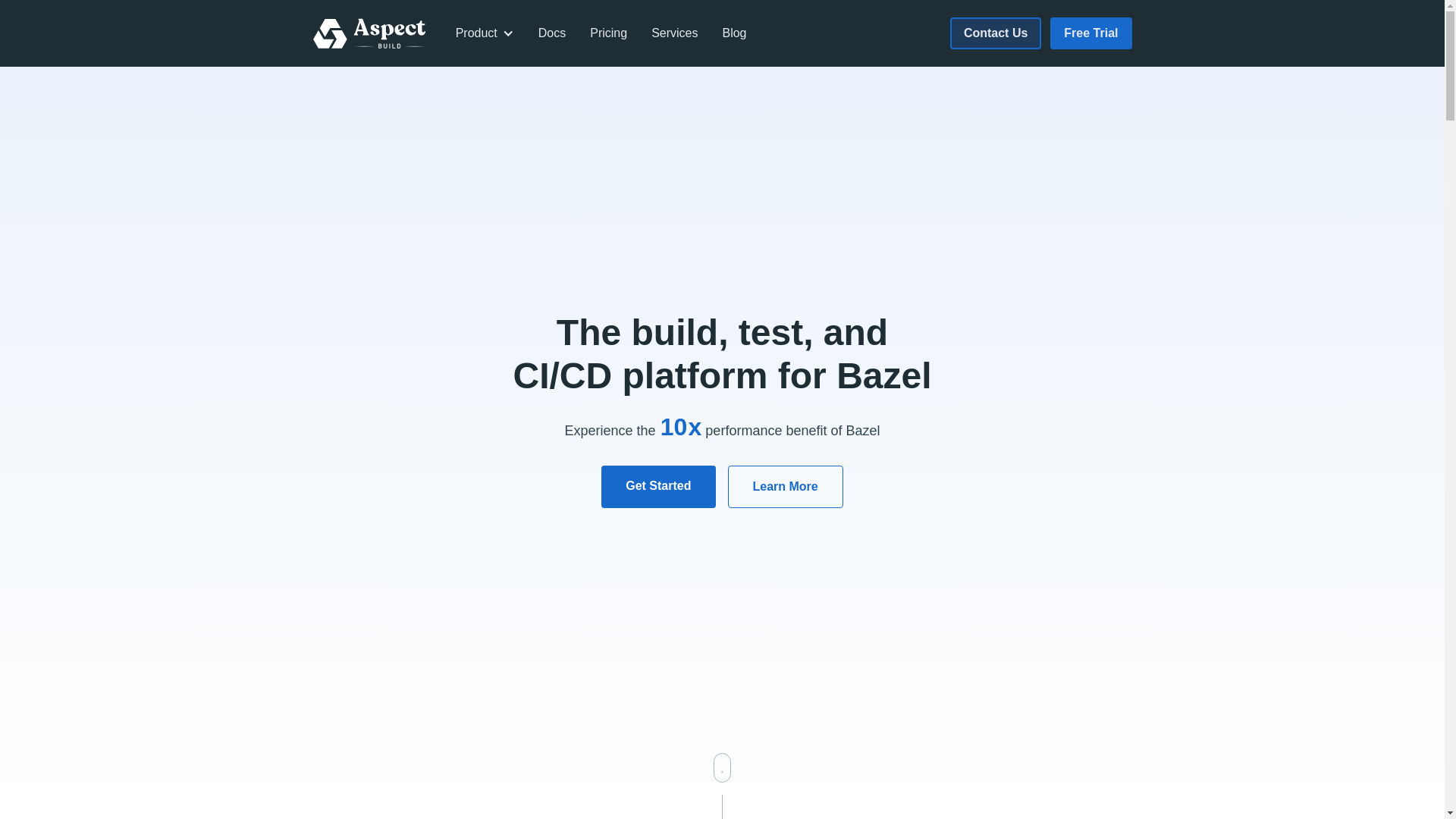  I want to click on 'Docs', so click(551, 33).